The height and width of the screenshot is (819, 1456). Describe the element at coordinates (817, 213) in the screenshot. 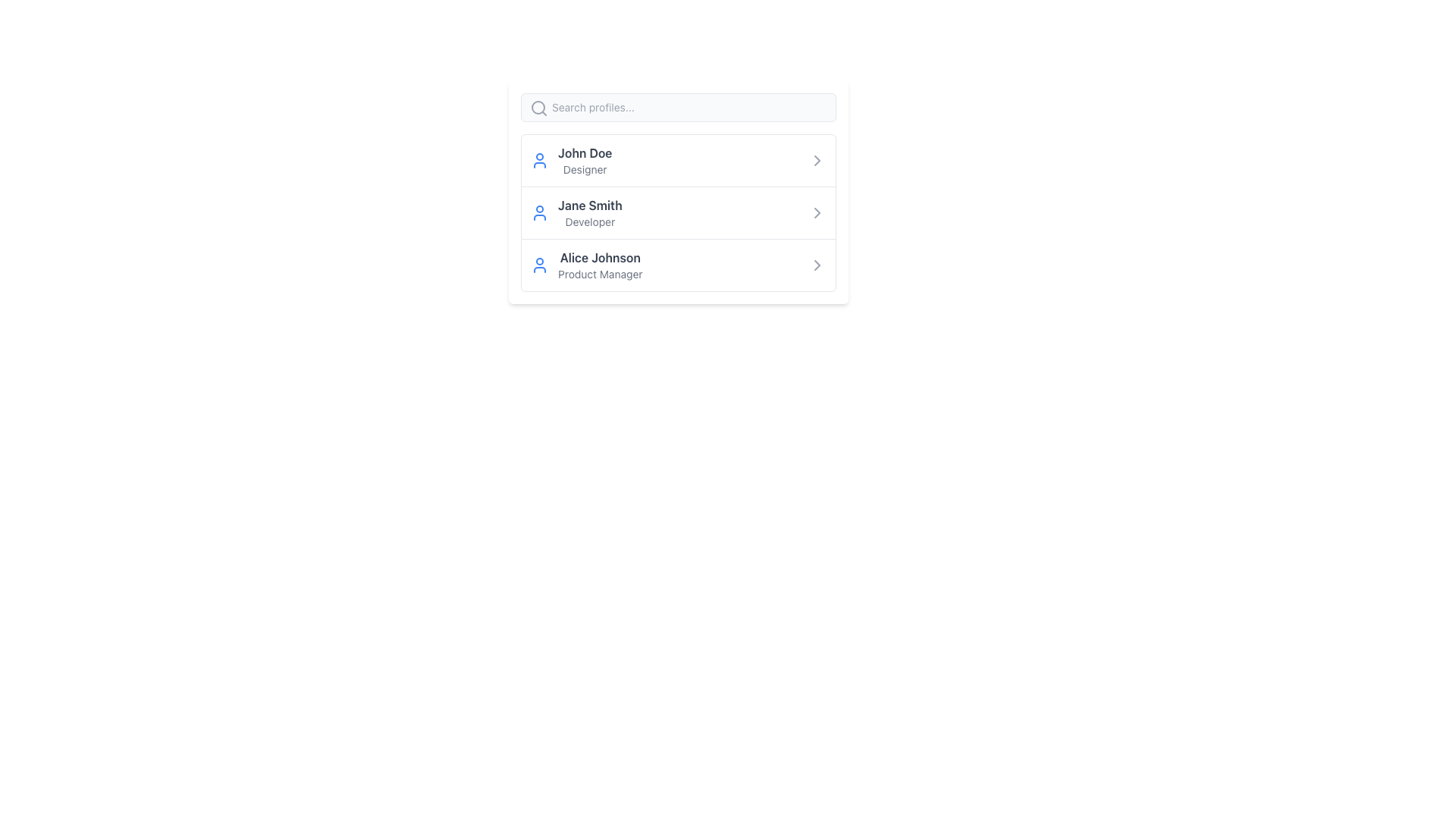

I see `the chevron-shaped SVG icon that points to the right, located at the far right side of the list item for the 'Jane Smith' profile` at that location.